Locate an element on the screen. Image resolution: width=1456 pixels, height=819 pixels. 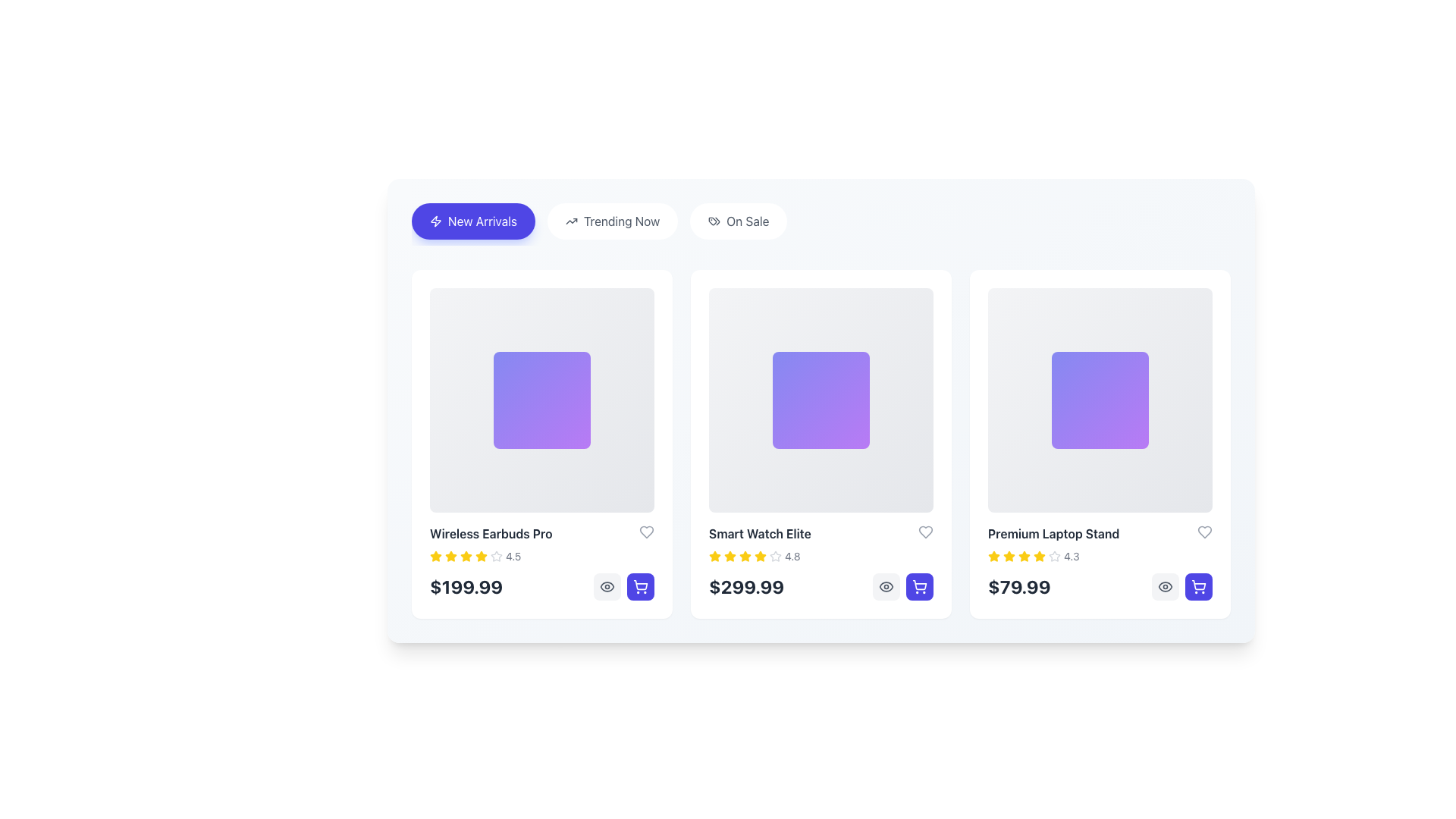
the last star icon in the visual rating system, which indicates an unselected rating state and is located adjacent to the numeric rating text '4.5' is located at coordinates (496, 556).